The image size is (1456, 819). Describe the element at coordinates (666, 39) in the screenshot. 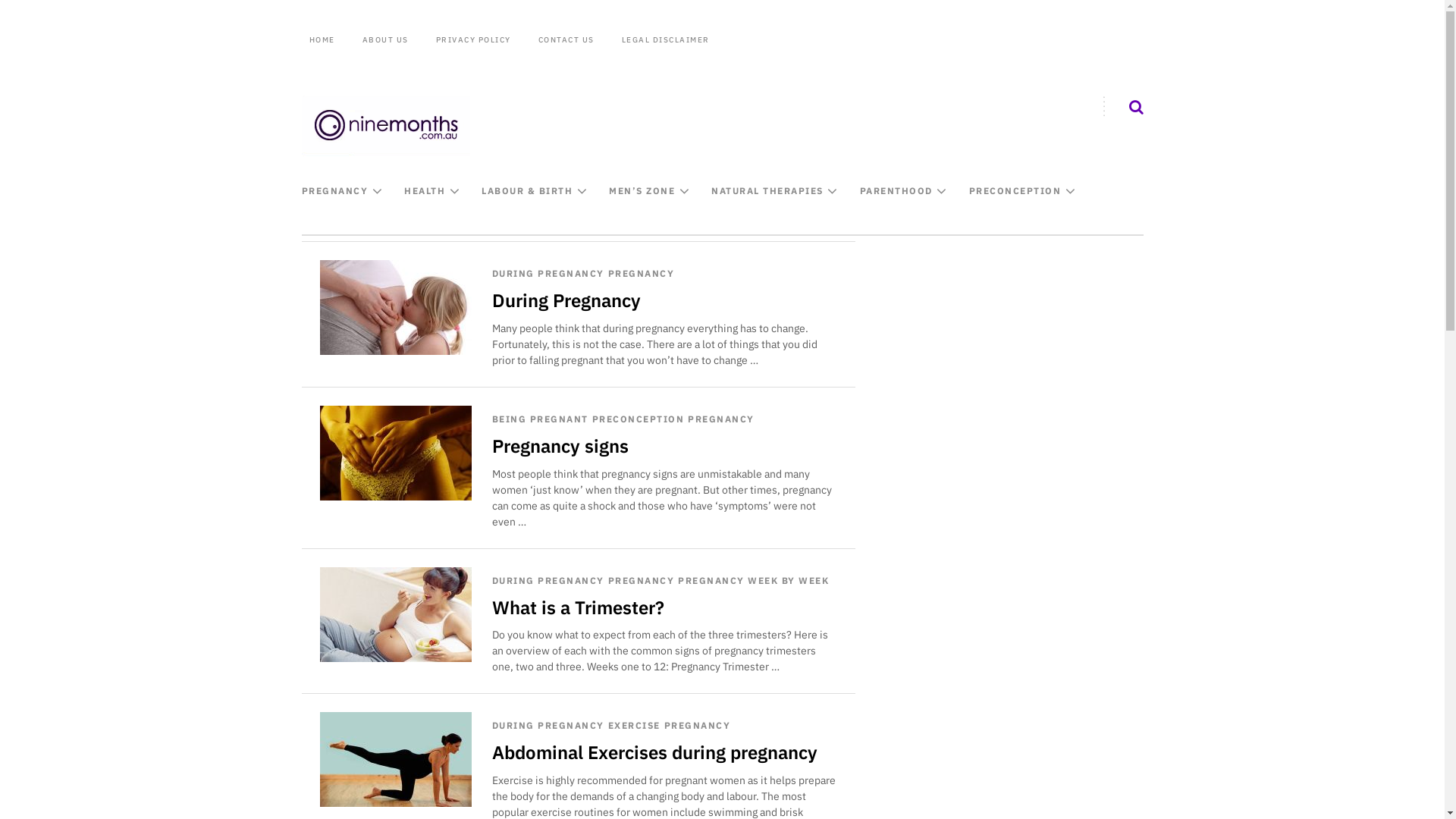

I see `'LEGAL DISCLAIMER'` at that location.